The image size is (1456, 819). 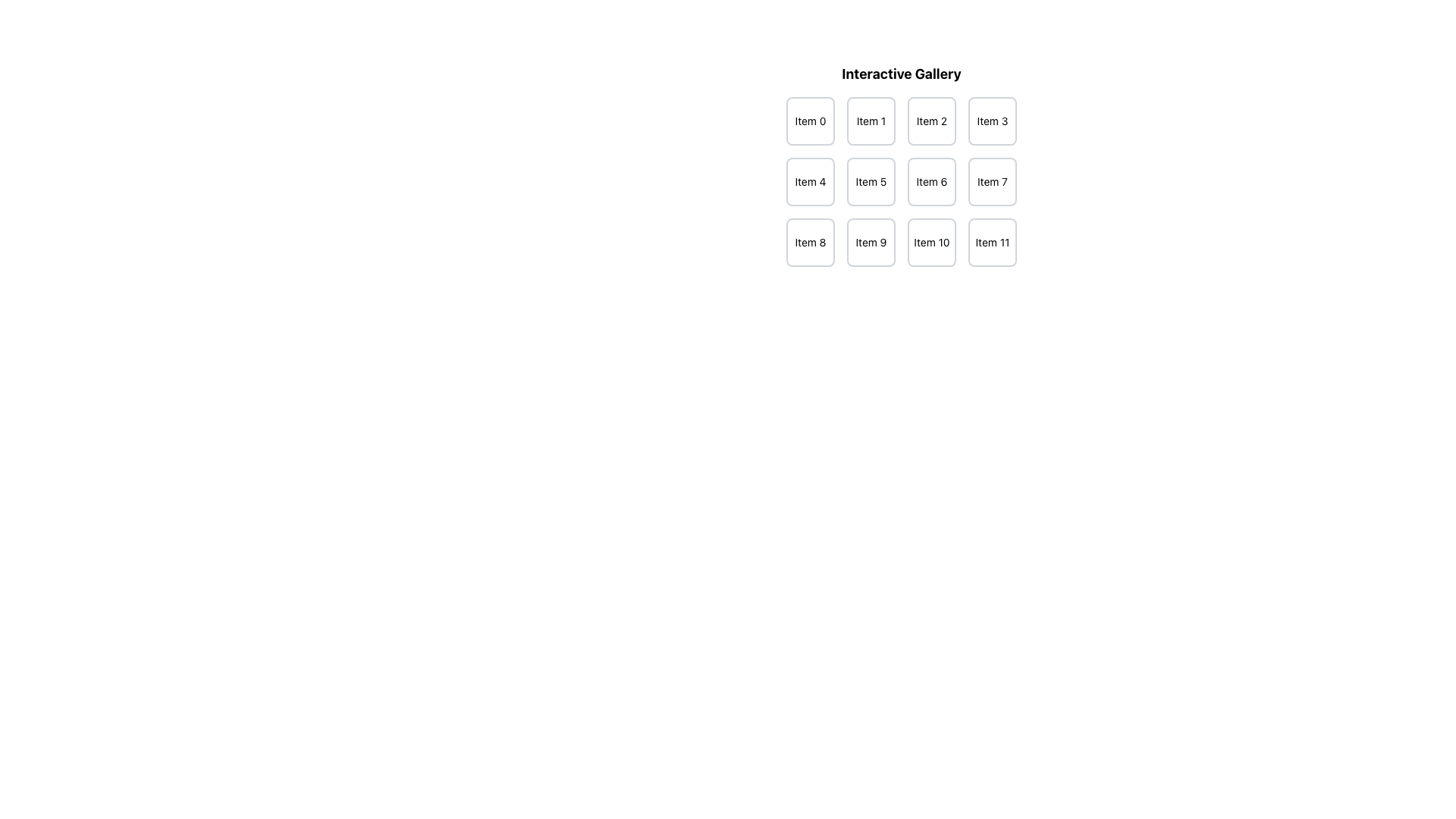 I want to click on the static text label positioned in the third row and second column of the 'Interactive Gallery' grid layout, which is located between 'Item 9' and 'Item 11', so click(x=930, y=242).